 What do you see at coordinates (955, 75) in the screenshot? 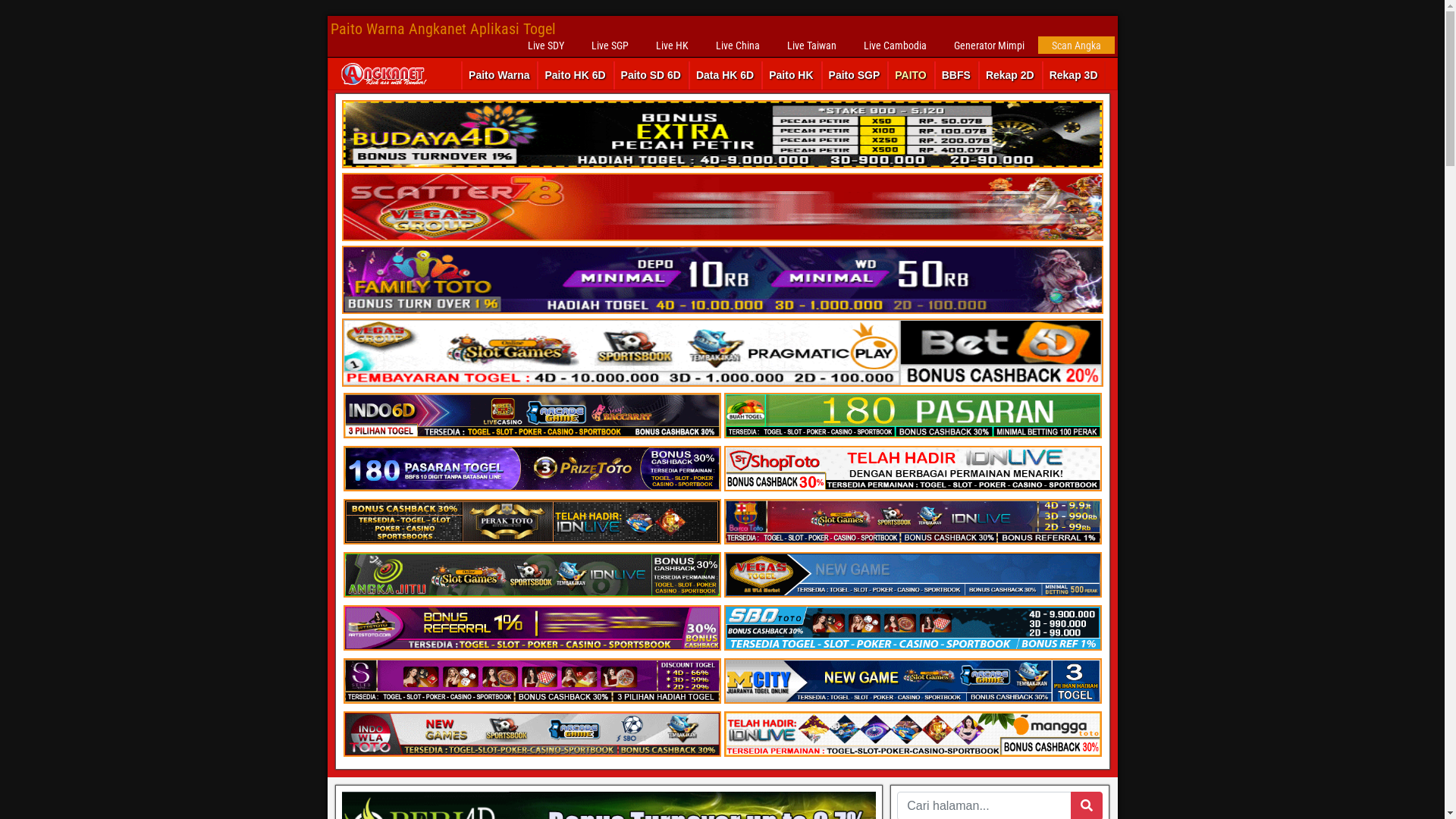
I see `'BBFS'` at bounding box center [955, 75].